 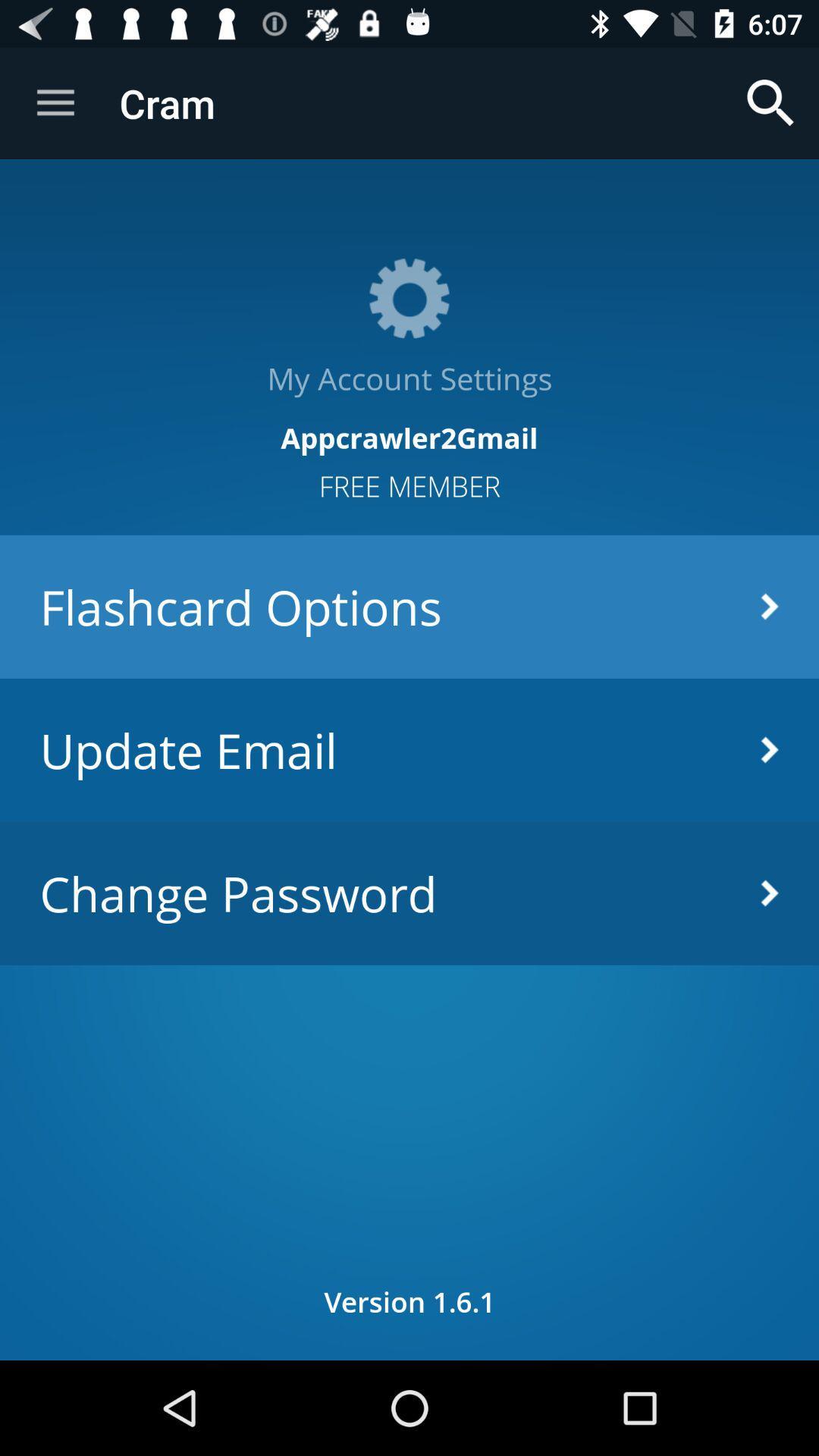 What do you see at coordinates (409, 607) in the screenshot?
I see `flashcard options icon` at bounding box center [409, 607].